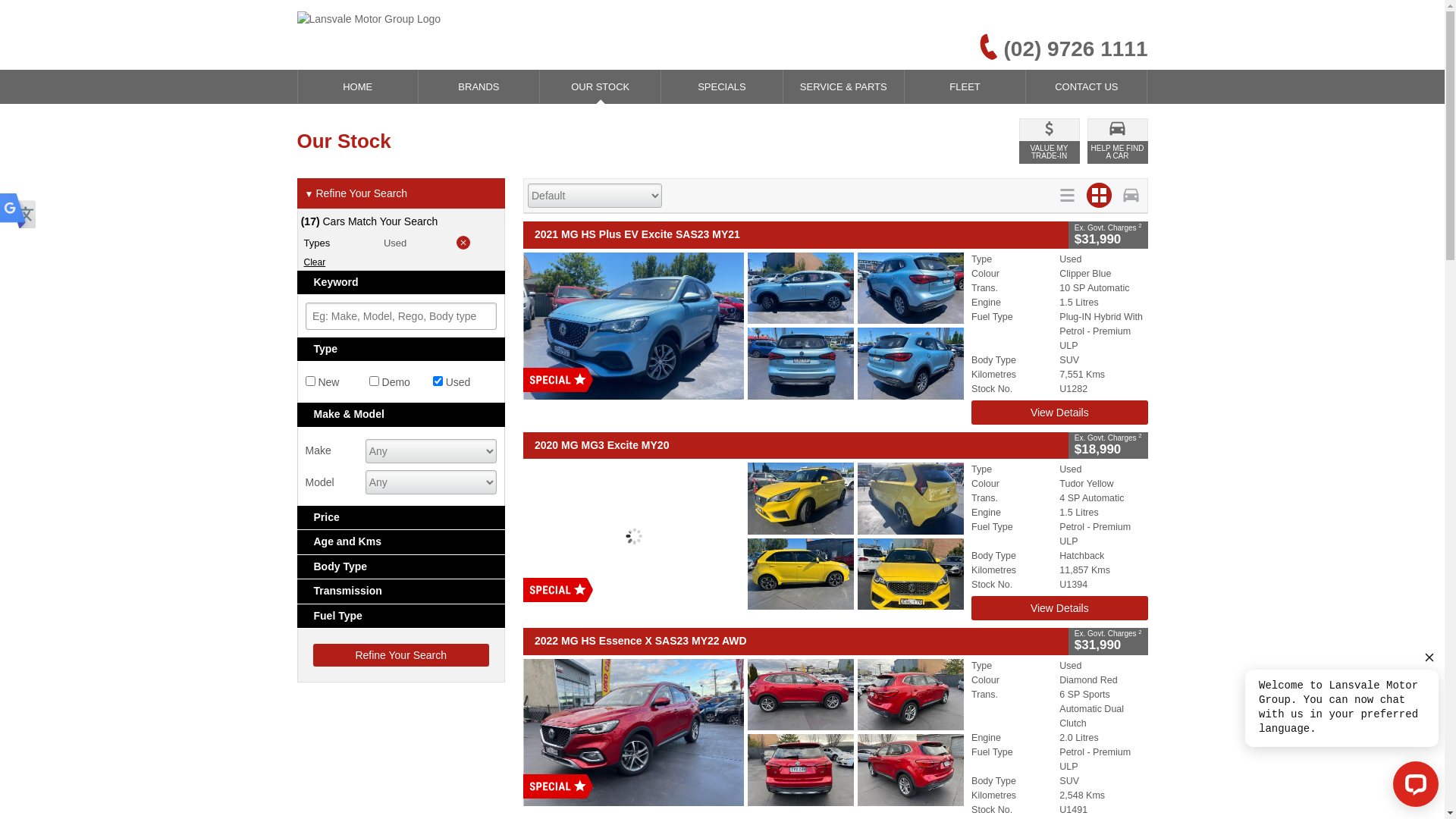  What do you see at coordinates (964, 86) in the screenshot?
I see `'FLEET'` at bounding box center [964, 86].